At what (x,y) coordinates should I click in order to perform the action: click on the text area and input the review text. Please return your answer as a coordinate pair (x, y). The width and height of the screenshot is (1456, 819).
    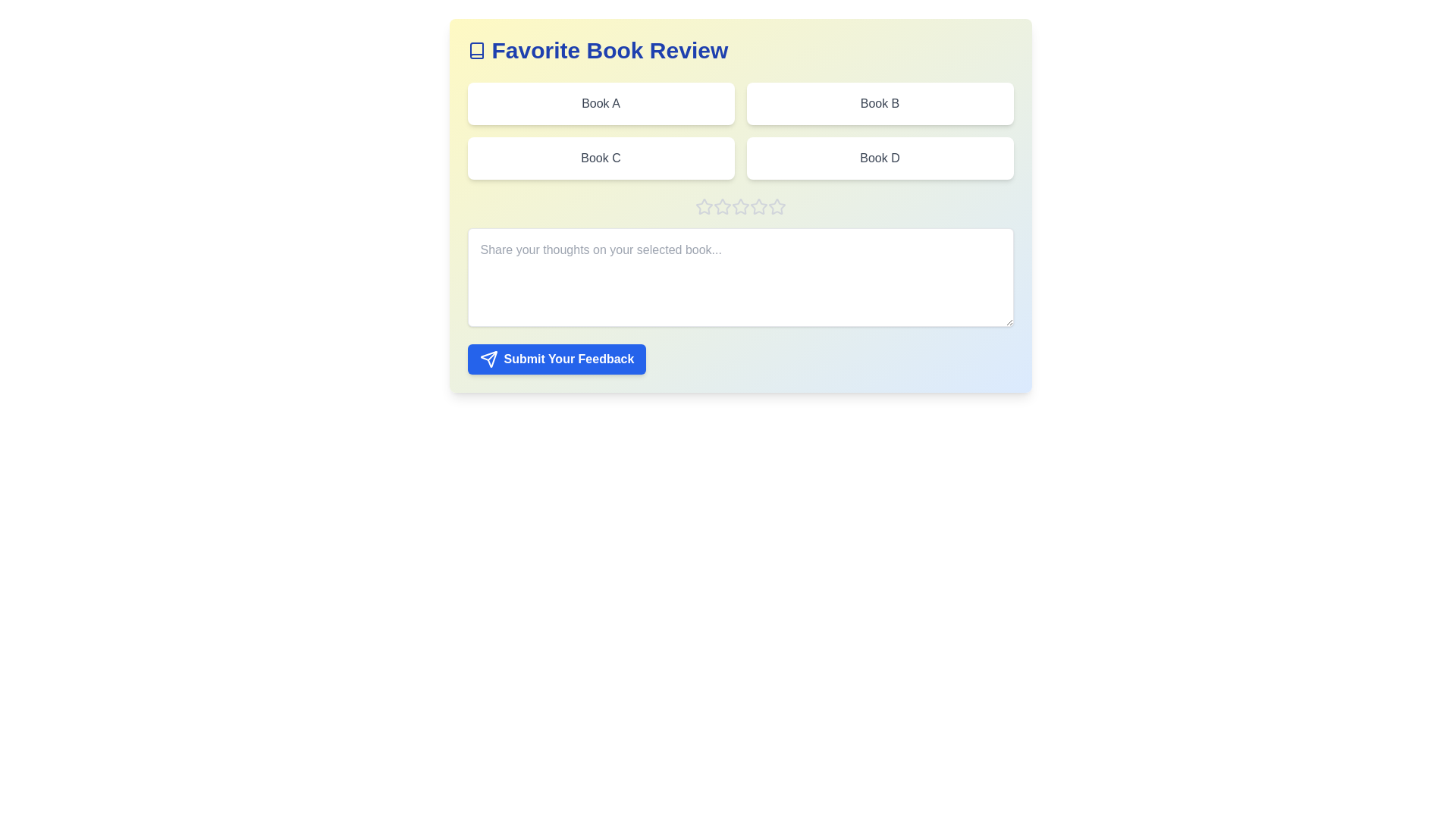
    Looking at the image, I should click on (740, 278).